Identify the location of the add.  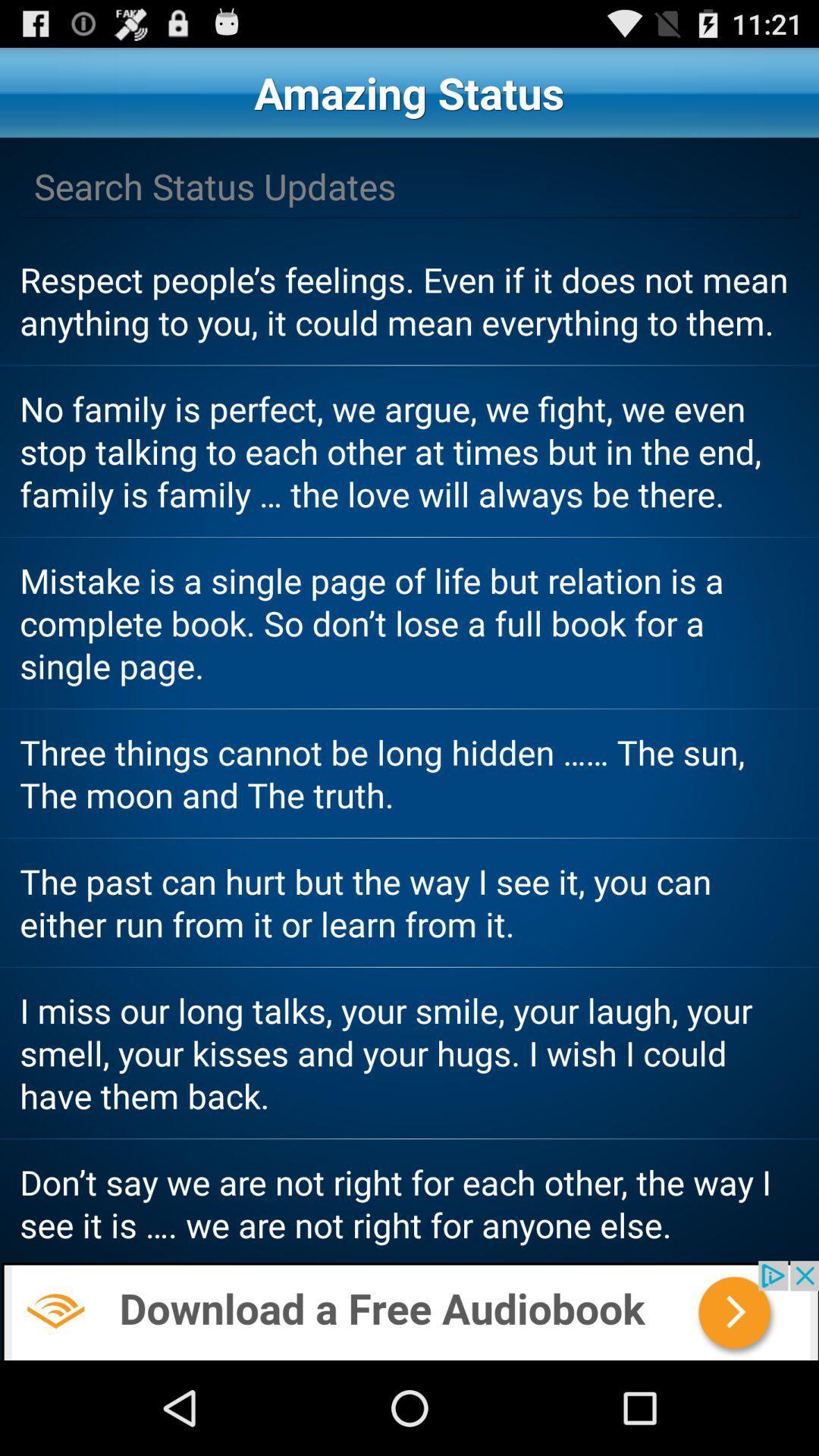
(409, 1310).